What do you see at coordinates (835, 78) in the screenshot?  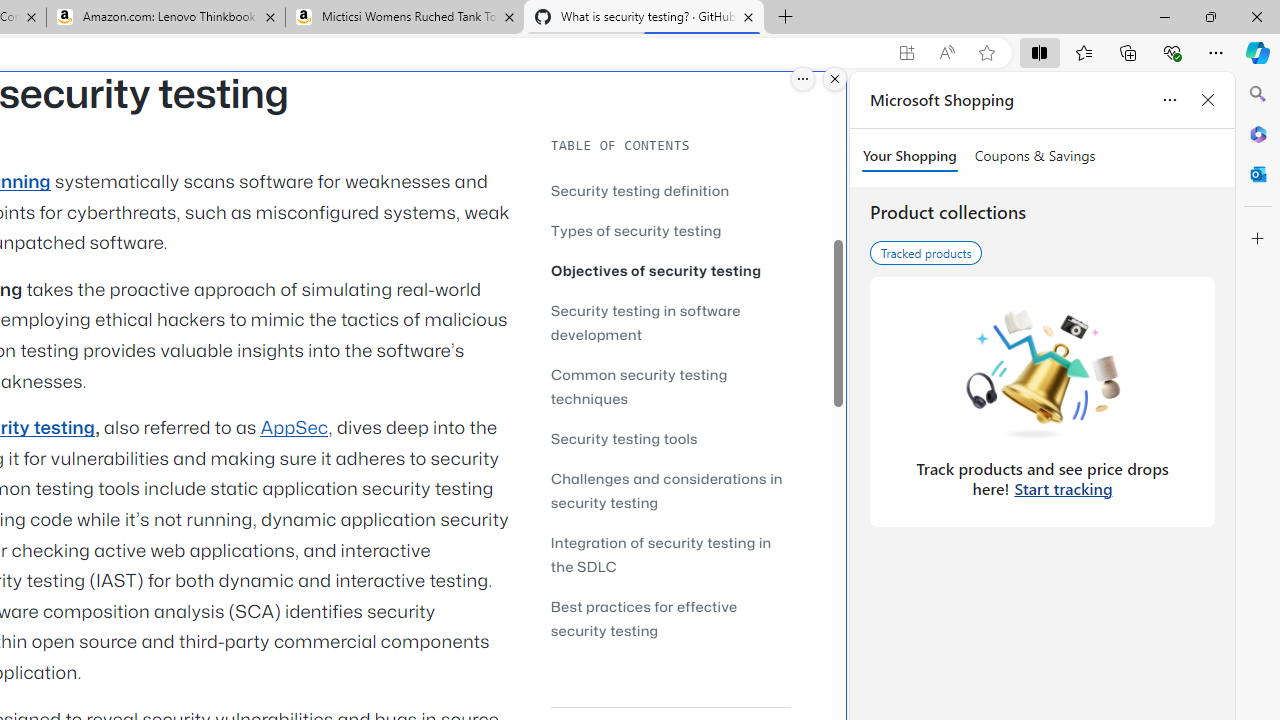 I see `'Close split screen.'` at bounding box center [835, 78].